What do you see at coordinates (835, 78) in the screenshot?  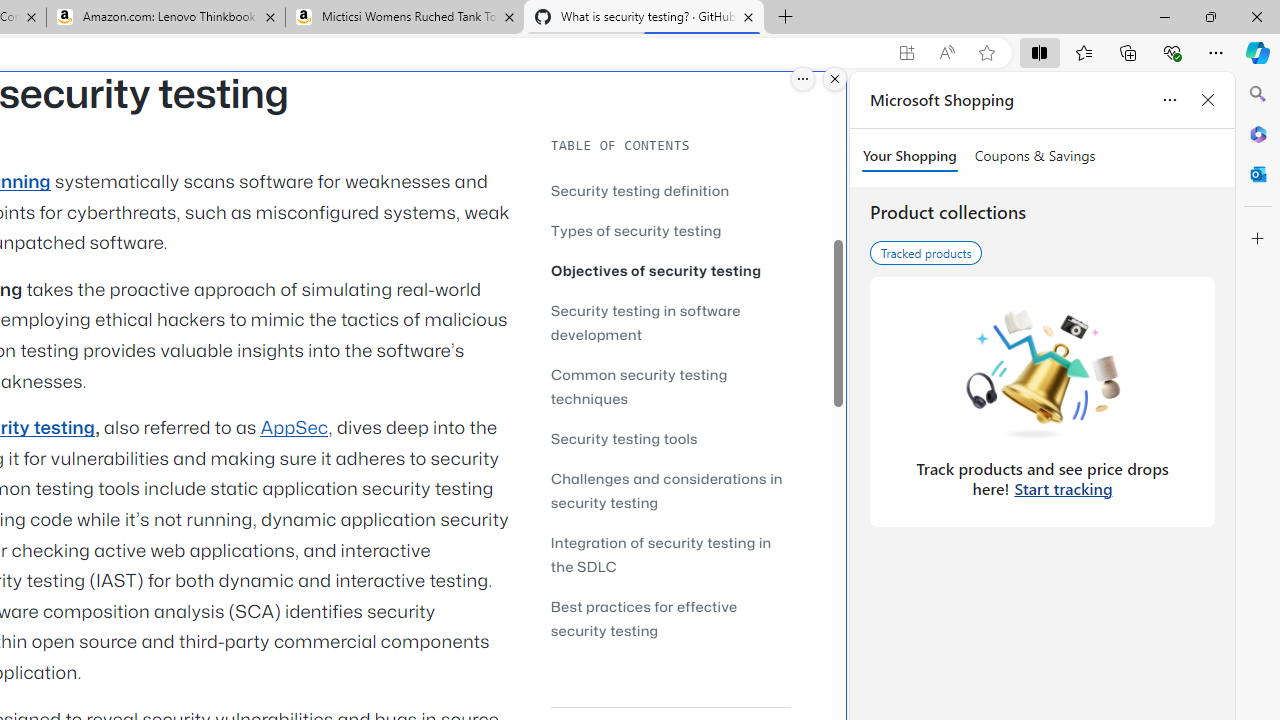 I see `'Close split screen.'` at bounding box center [835, 78].